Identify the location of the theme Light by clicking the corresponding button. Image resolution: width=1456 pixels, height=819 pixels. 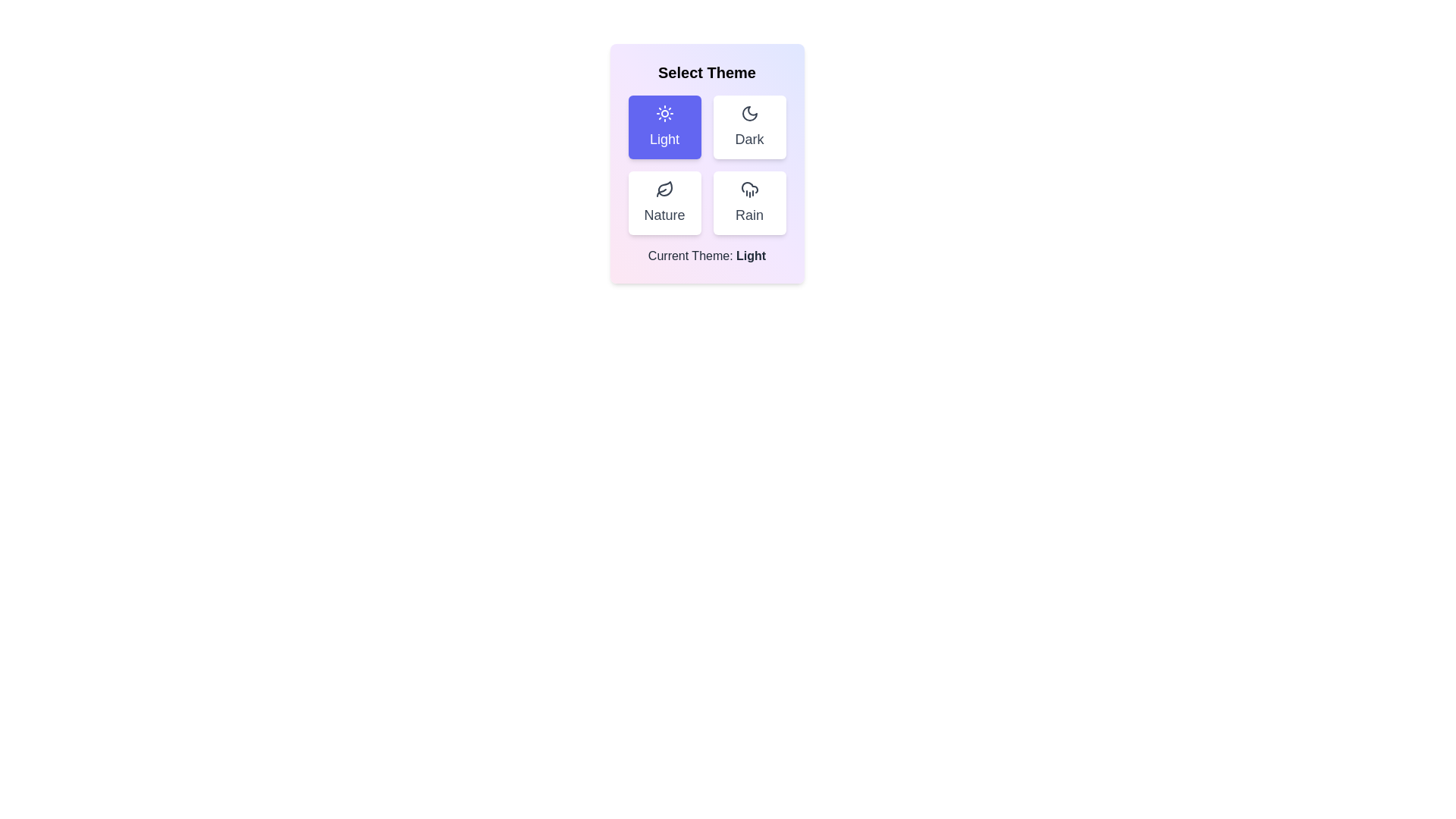
(664, 127).